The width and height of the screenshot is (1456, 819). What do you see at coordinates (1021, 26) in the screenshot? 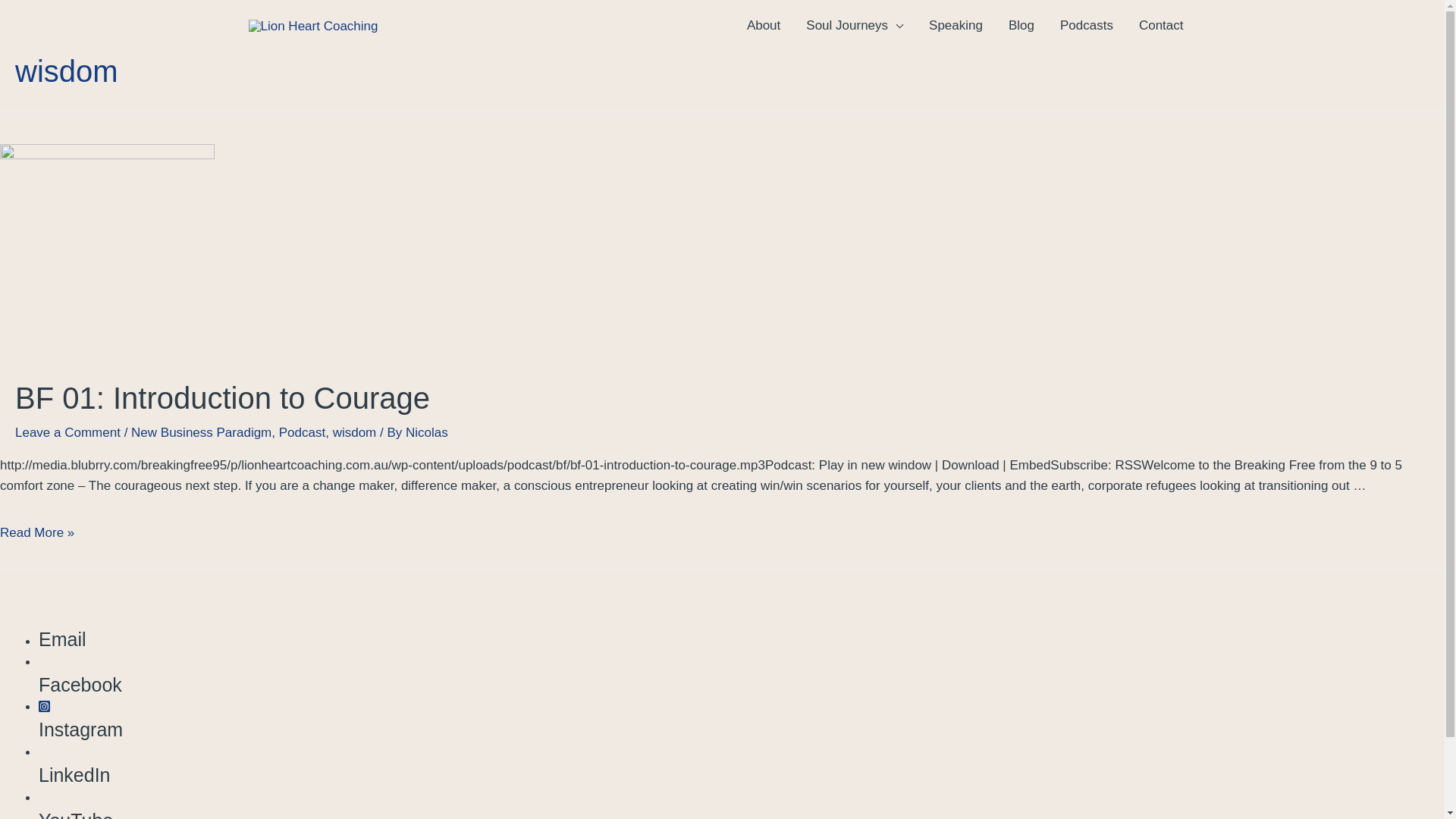
I see `'Blog'` at bounding box center [1021, 26].